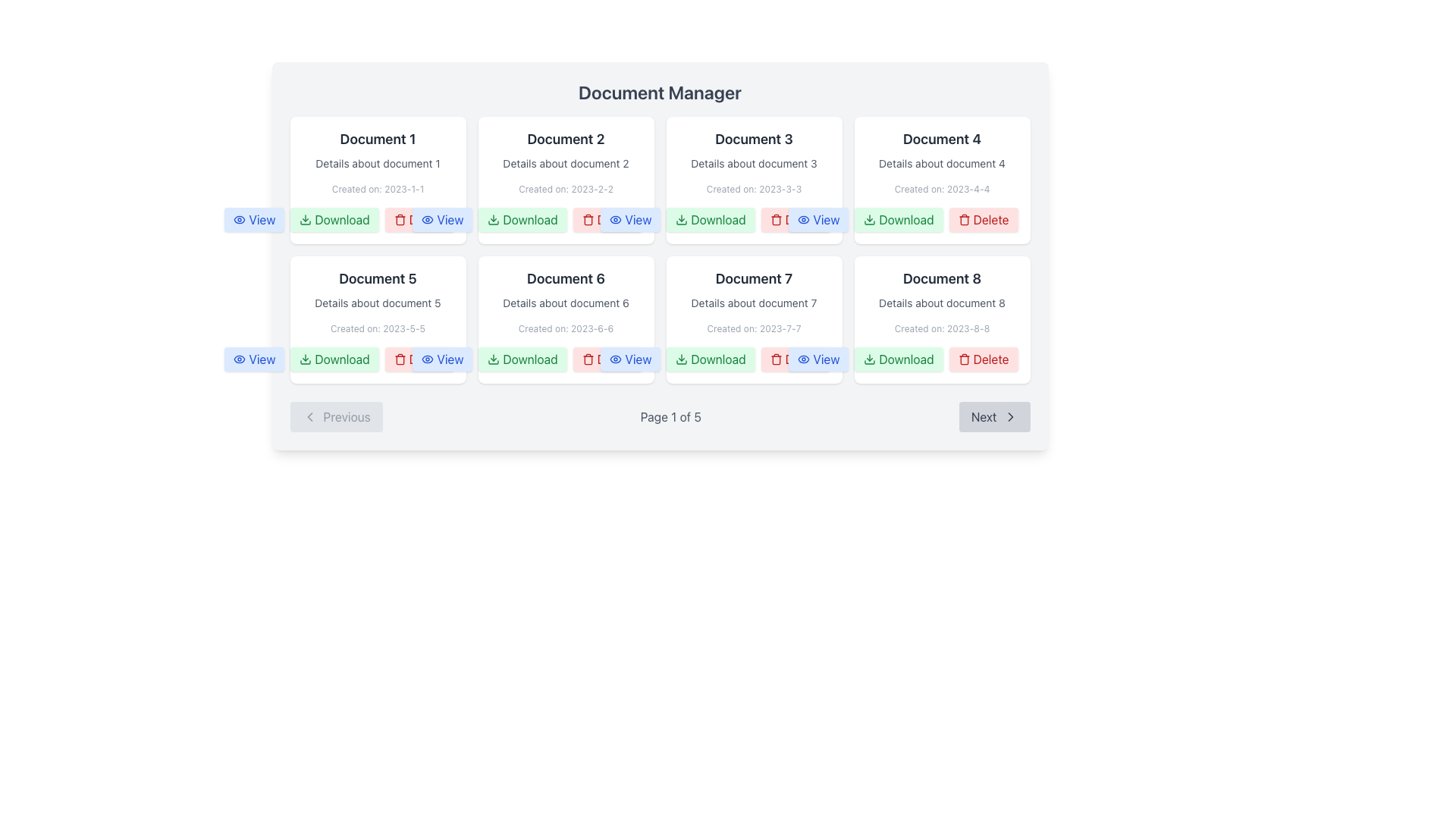 The image size is (1456, 819). Describe the element at coordinates (400, 219) in the screenshot. I see `the delete icon located in the fourth position of the top row in the grid layout` at that location.